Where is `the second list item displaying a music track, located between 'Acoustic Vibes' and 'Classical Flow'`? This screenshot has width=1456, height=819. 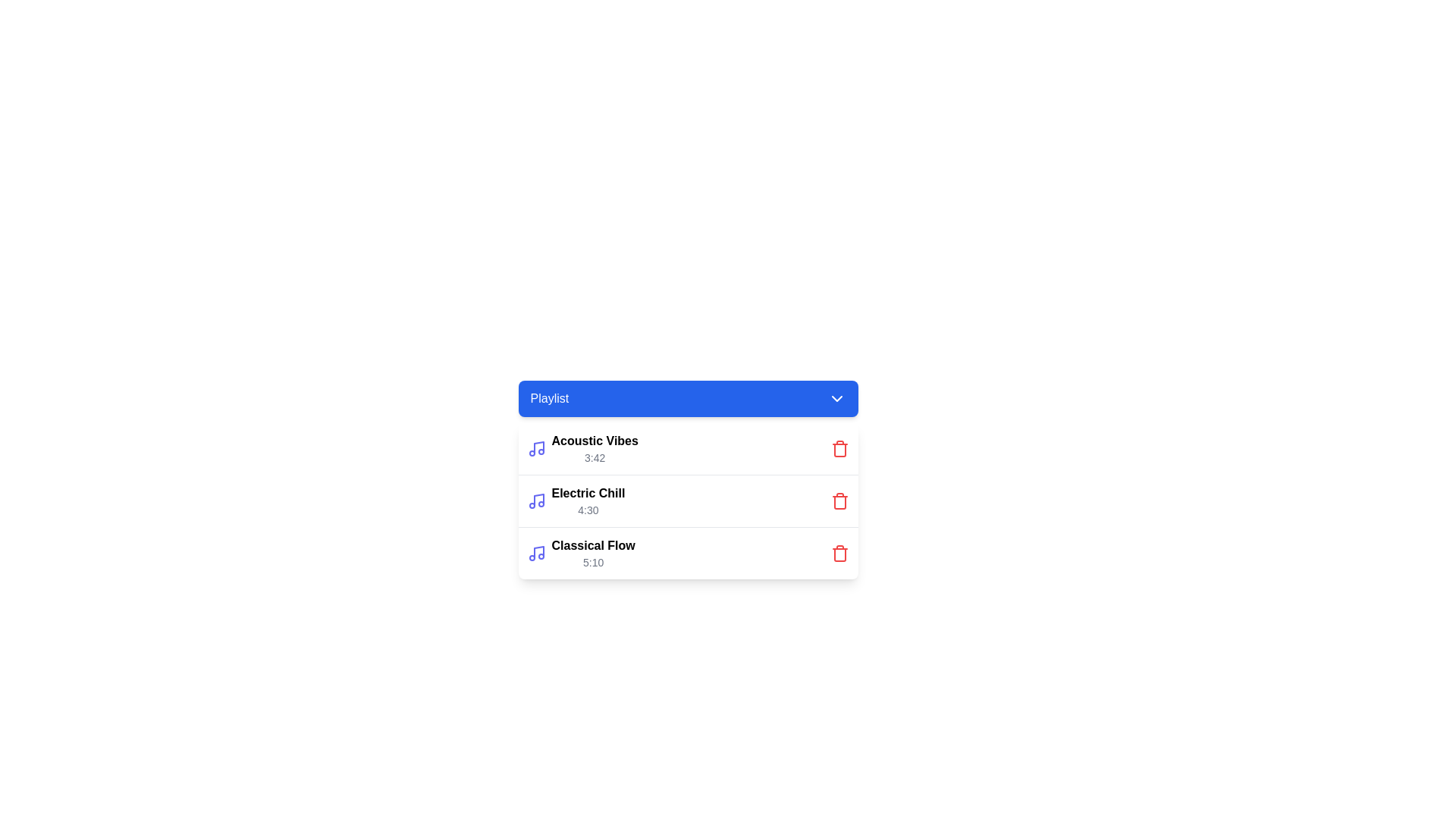 the second list item displaying a music track, located between 'Acoustic Vibes' and 'Classical Flow' is located at coordinates (575, 500).